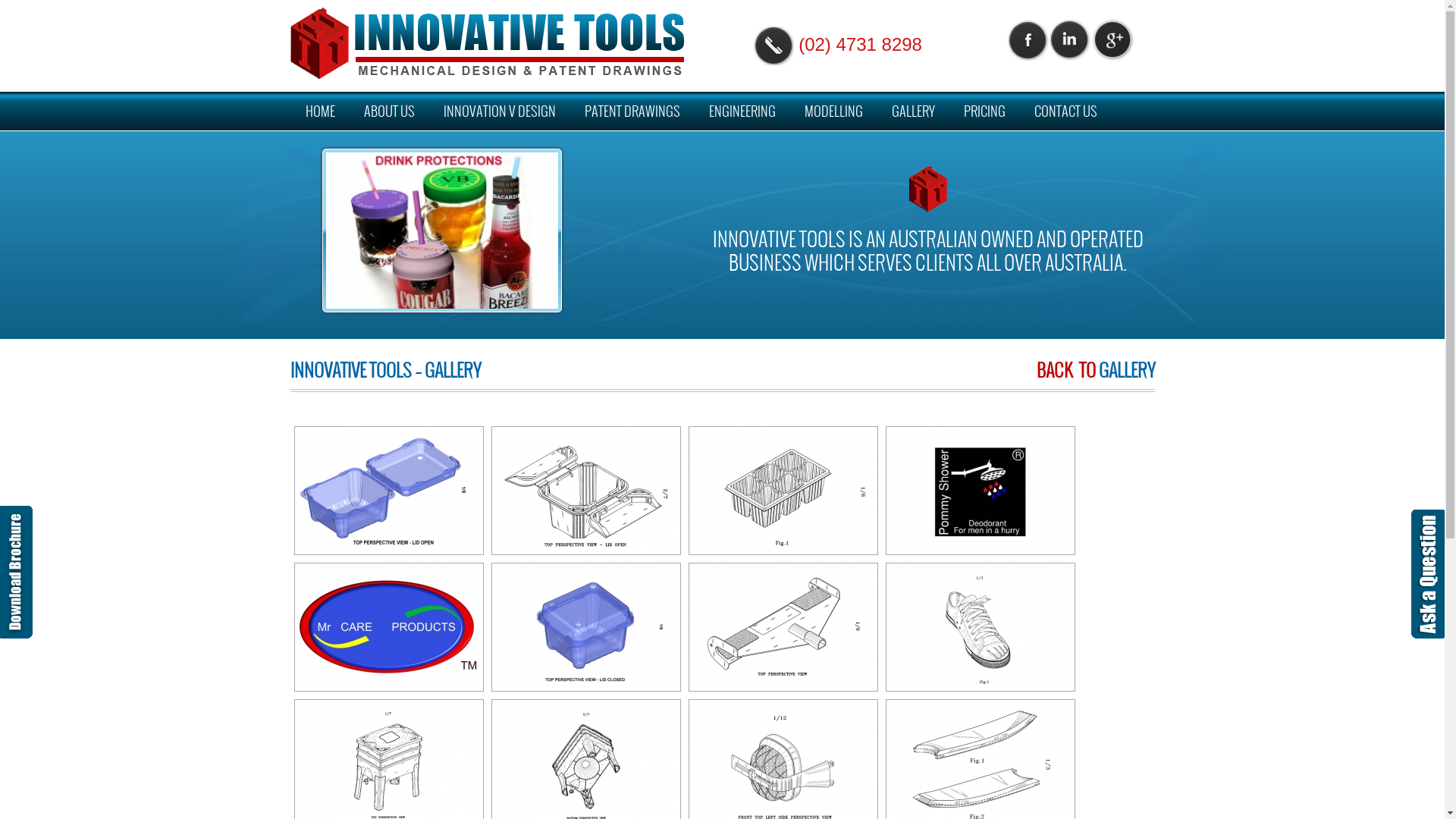 The height and width of the screenshot is (819, 1456). What do you see at coordinates (498, 110) in the screenshot?
I see `'INNOVATION V DESIGN'` at bounding box center [498, 110].